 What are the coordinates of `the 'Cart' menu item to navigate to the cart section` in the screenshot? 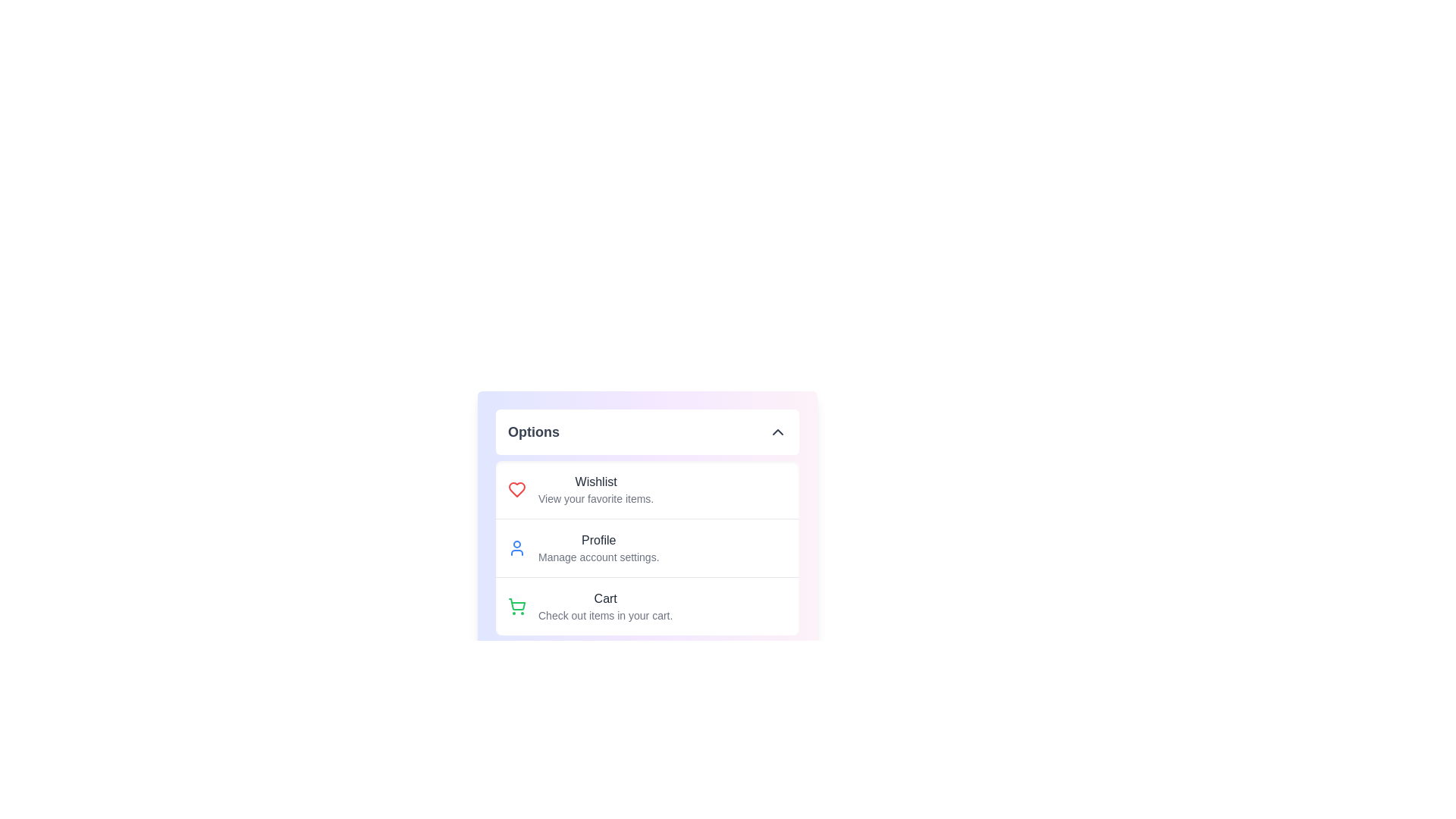 It's located at (604, 605).